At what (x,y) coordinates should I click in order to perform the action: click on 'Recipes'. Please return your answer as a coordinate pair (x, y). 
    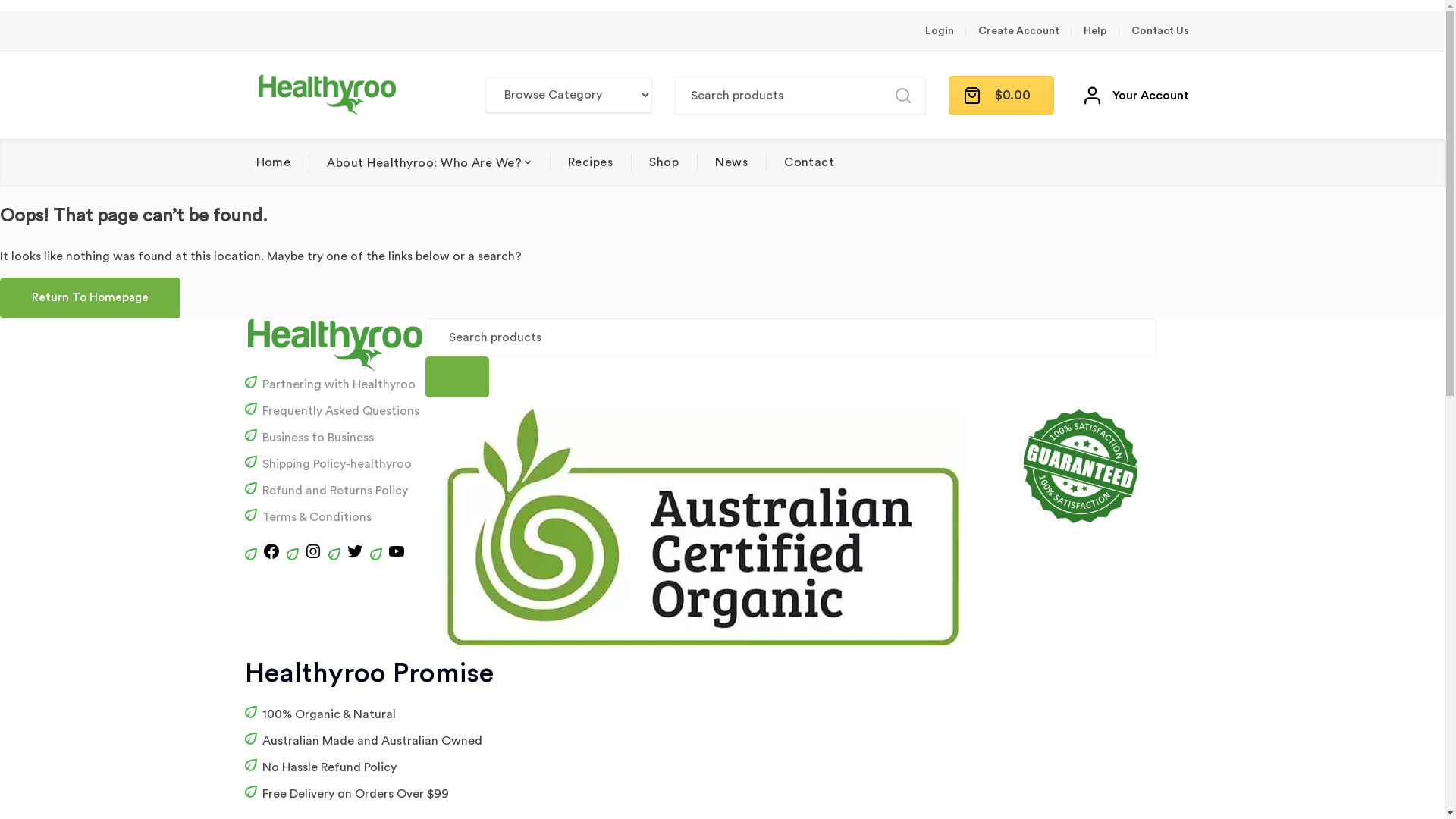
    Looking at the image, I should click on (589, 162).